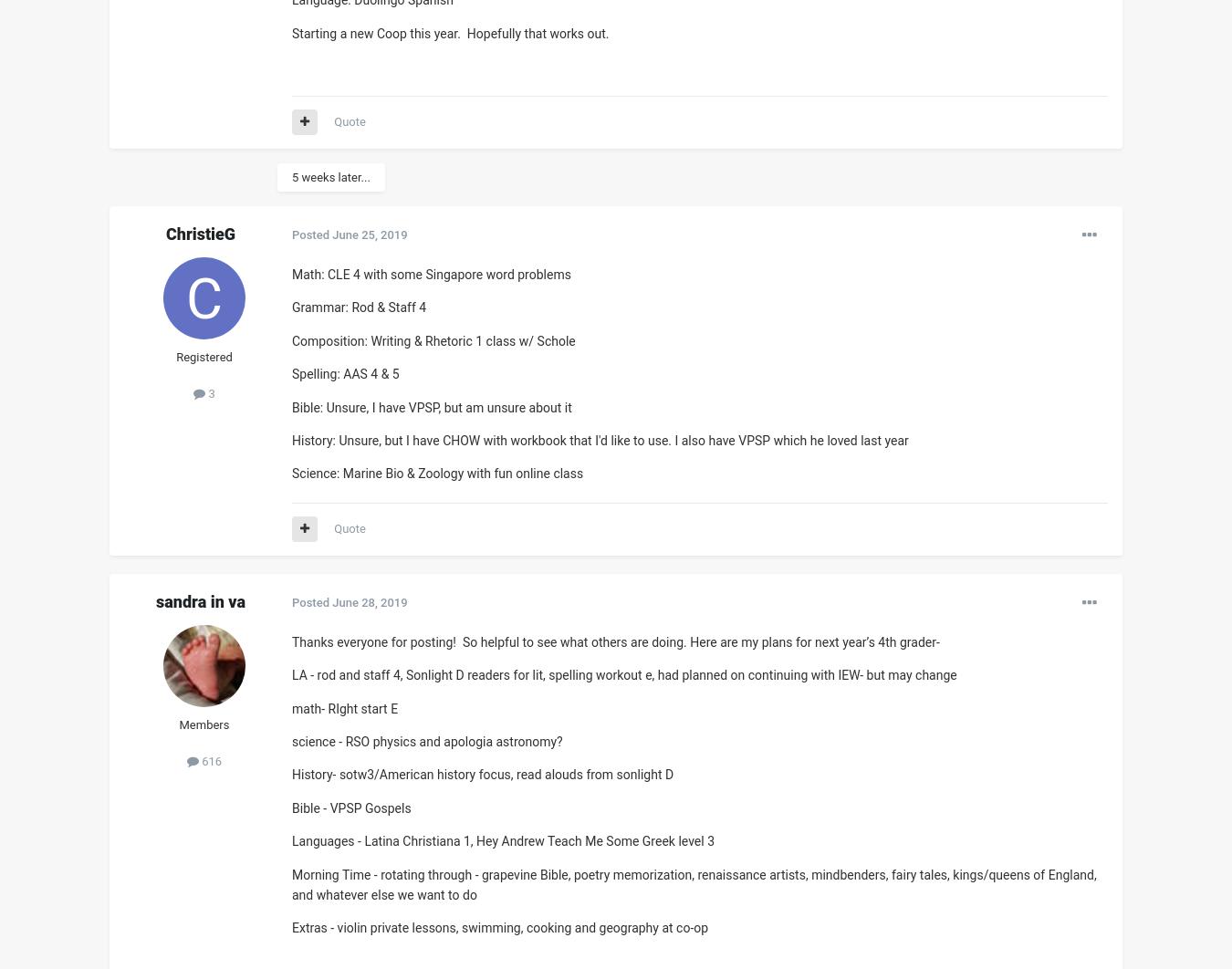 The image size is (1232, 969). Describe the element at coordinates (290, 641) in the screenshot. I see `'Thanks everyone for posting!  So helpful to see what others are doing. Here are my plans for next year’s 4th grader-'` at that location.